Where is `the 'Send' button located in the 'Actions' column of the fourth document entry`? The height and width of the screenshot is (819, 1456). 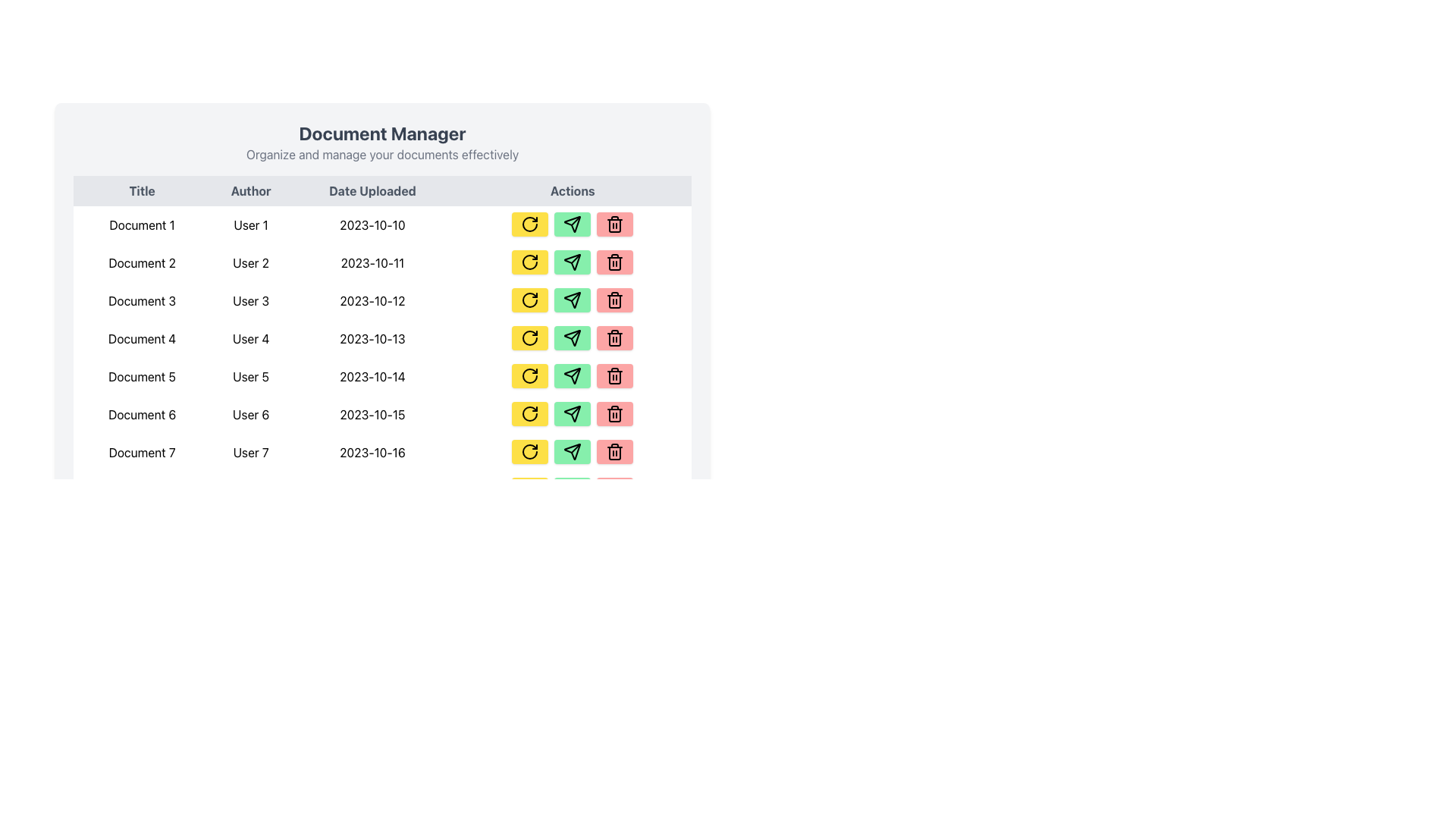 the 'Send' button located in the 'Actions' column of the fourth document entry is located at coordinates (572, 337).